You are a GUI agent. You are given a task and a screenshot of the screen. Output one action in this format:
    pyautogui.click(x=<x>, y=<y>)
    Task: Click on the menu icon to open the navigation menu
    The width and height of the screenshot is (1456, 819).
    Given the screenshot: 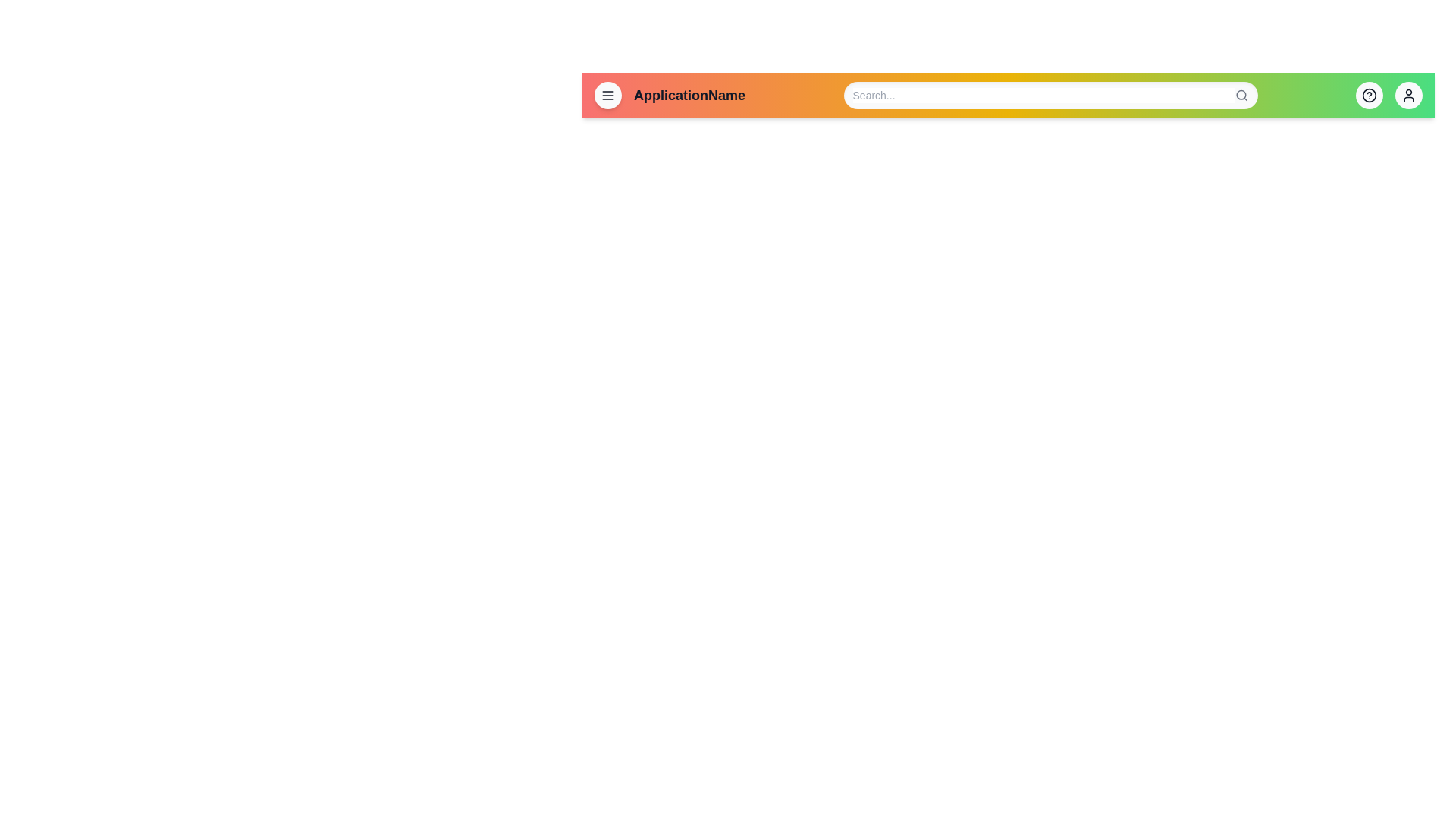 What is the action you would take?
    pyautogui.click(x=607, y=96)
    